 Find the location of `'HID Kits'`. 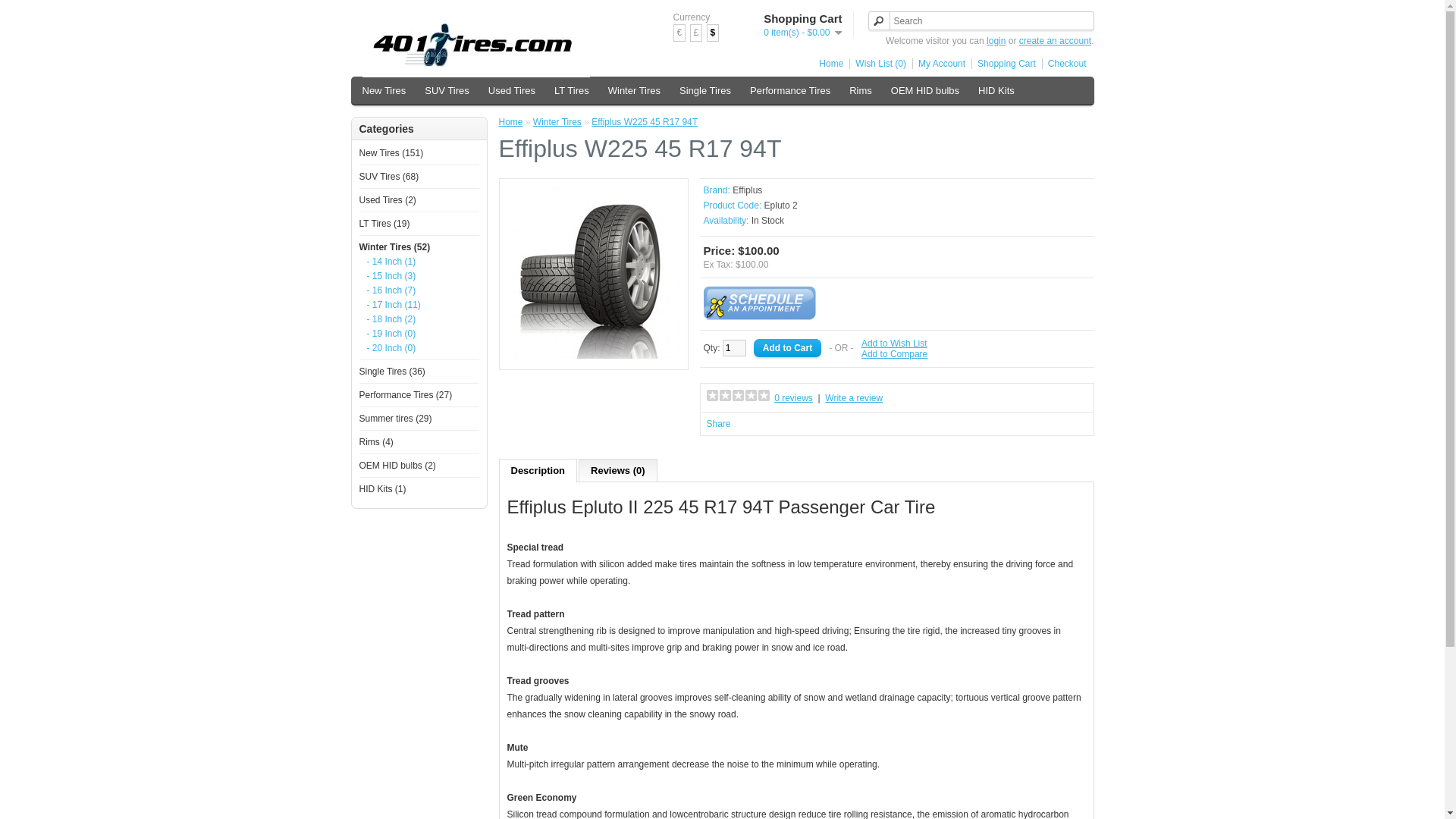

'HID Kits' is located at coordinates (996, 90).